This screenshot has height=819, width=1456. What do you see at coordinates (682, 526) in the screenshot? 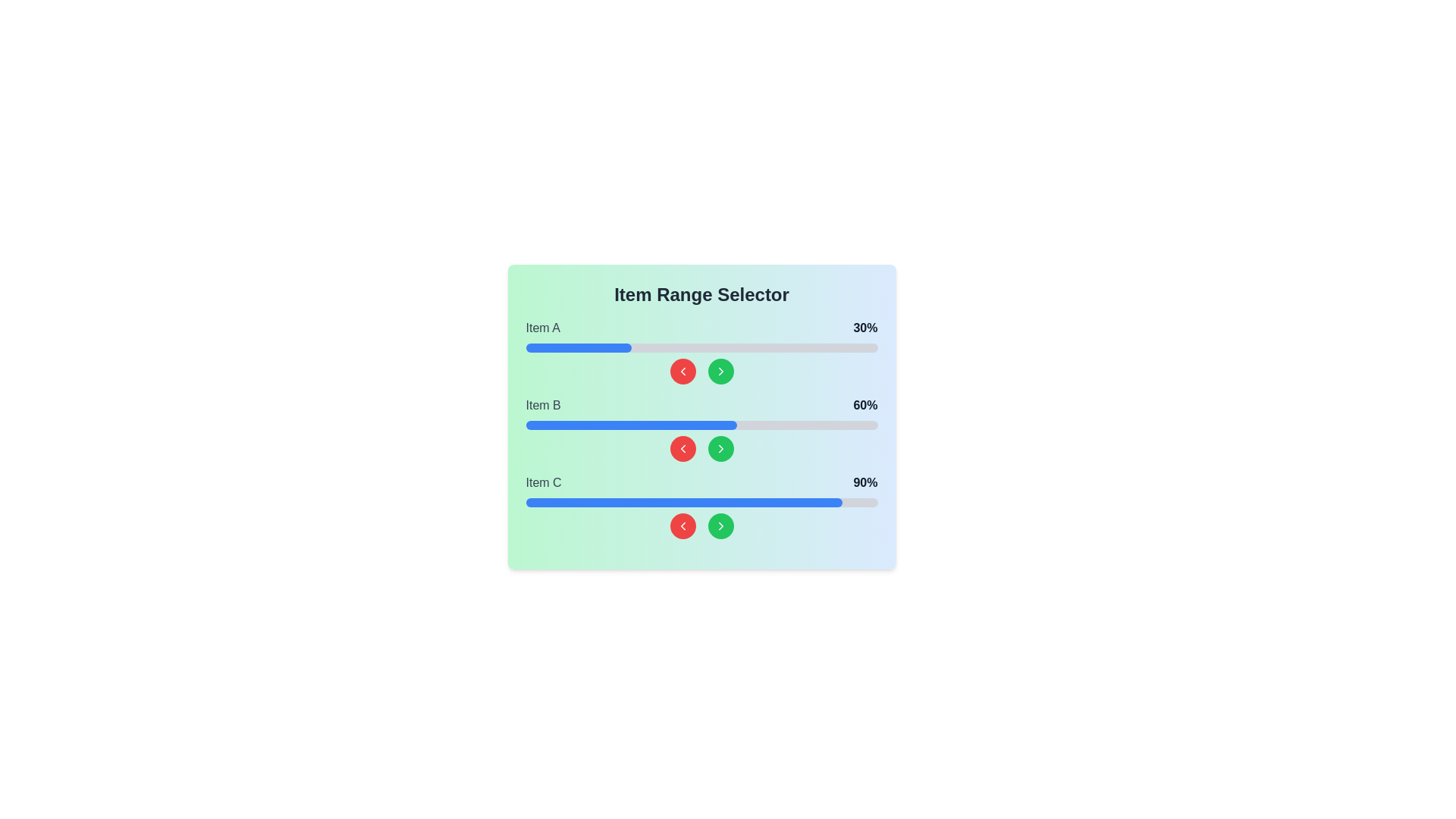
I see `the red circular button with a white chevron icon pointing to the left, located to the right of the progress bar labeled 'Item C', in the third row of the item list, to decrease the associated value` at bounding box center [682, 526].